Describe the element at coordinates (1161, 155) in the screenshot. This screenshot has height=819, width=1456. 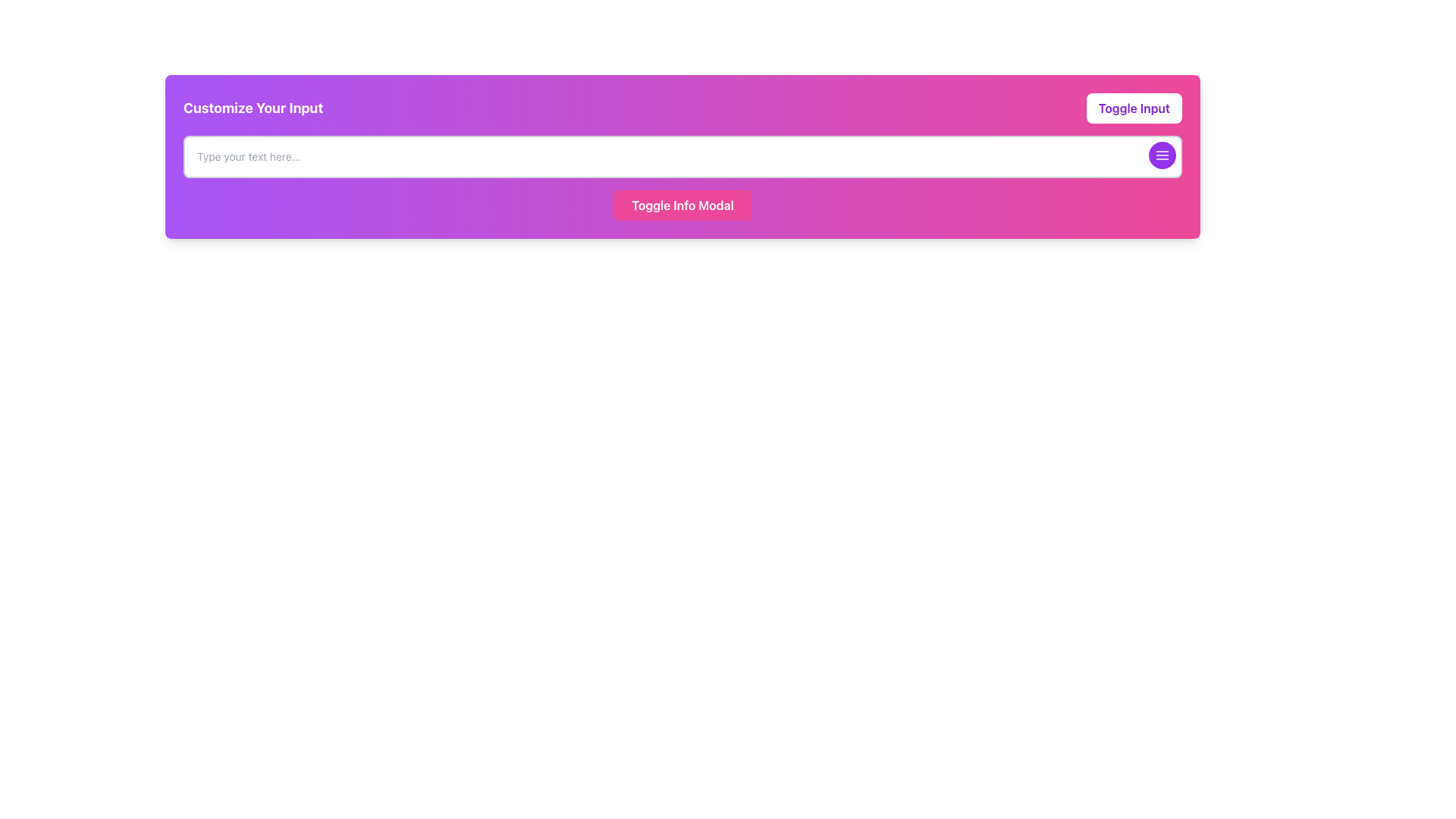
I see `the Menu Toggle icon` at that location.